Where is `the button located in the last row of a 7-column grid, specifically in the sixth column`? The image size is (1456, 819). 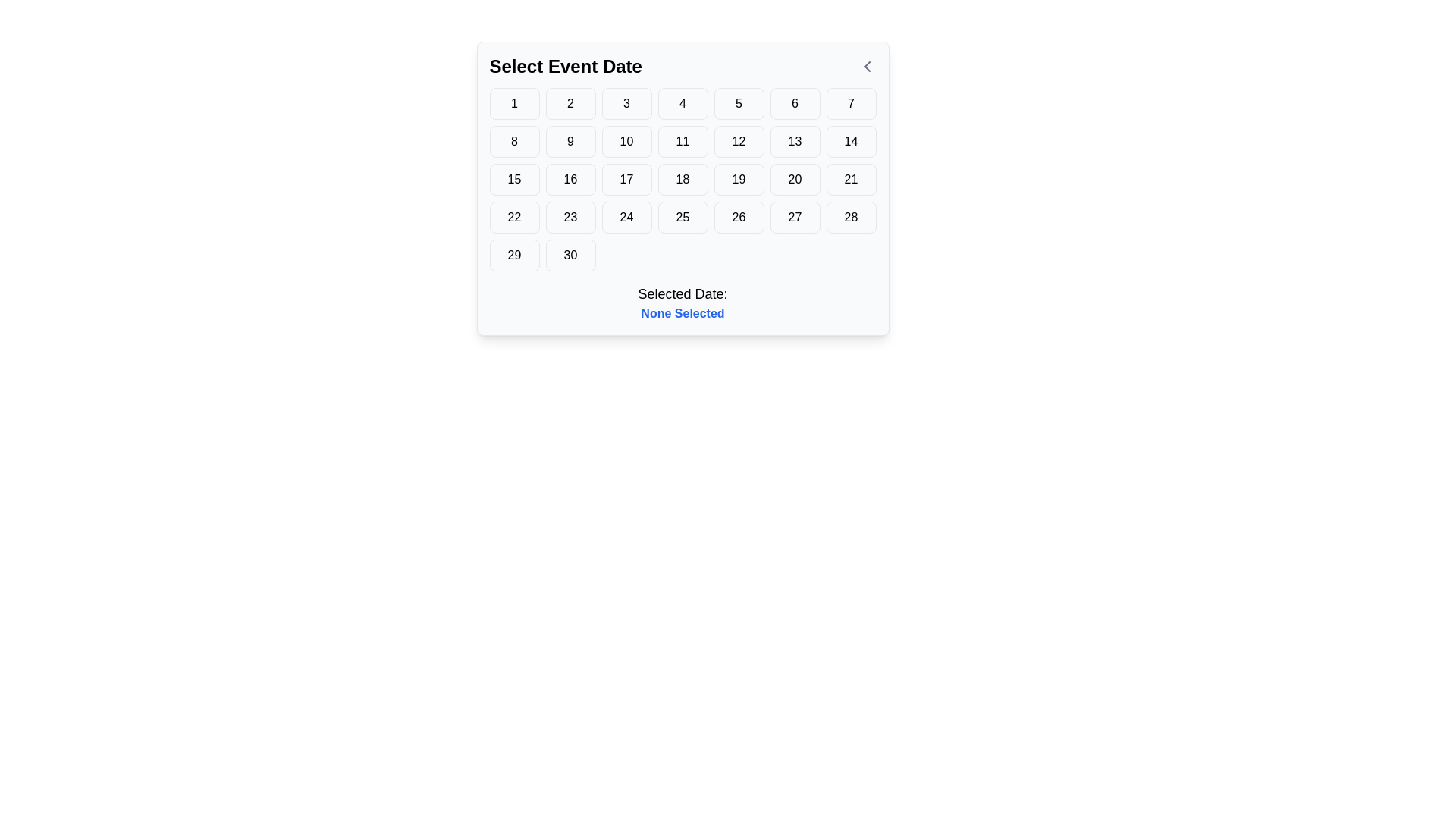 the button located in the last row of a 7-column grid, specifically in the sixth column is located at coordinates (570, 254).